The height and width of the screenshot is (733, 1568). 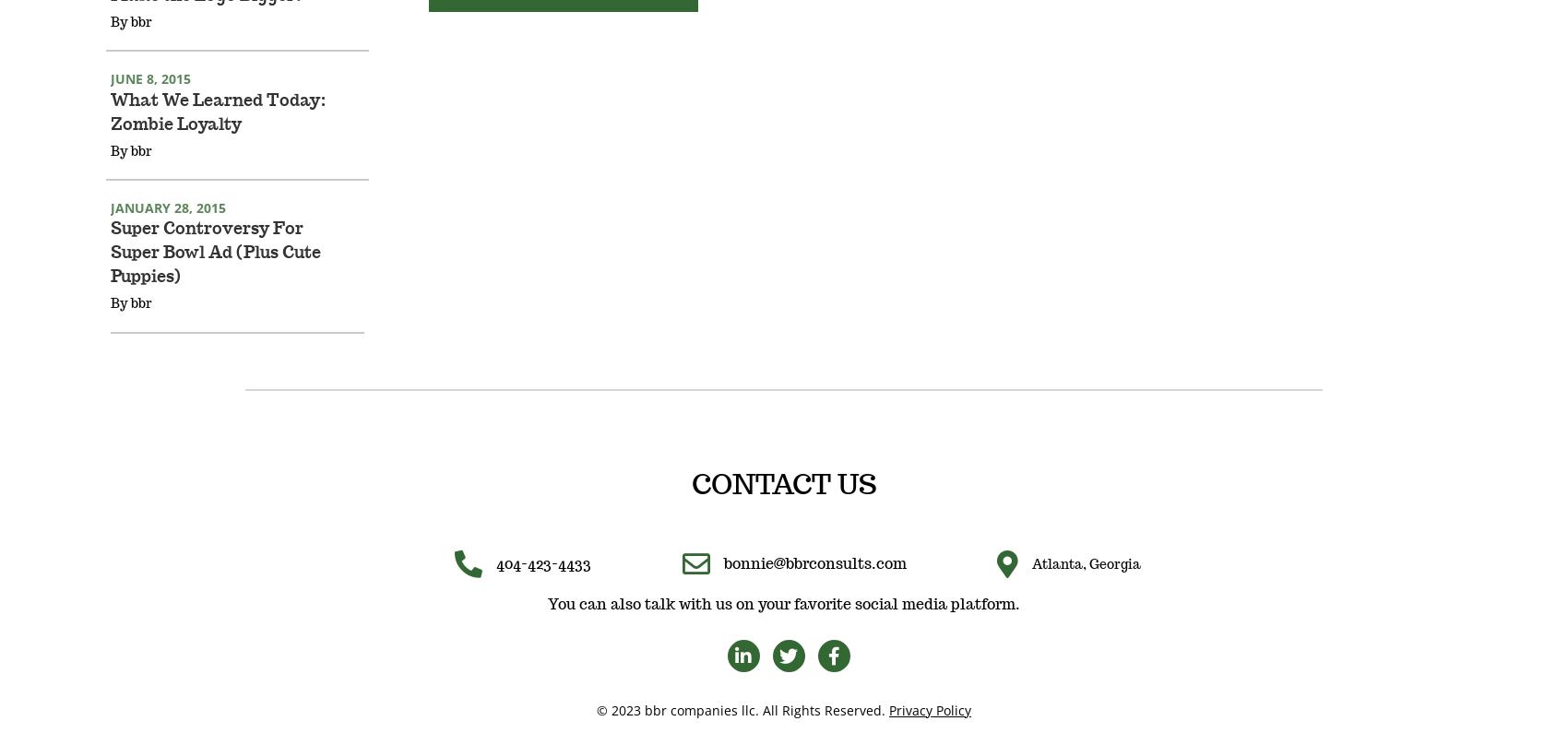 I want to click on 'January 28, 2015', so click(x=167, y=231).